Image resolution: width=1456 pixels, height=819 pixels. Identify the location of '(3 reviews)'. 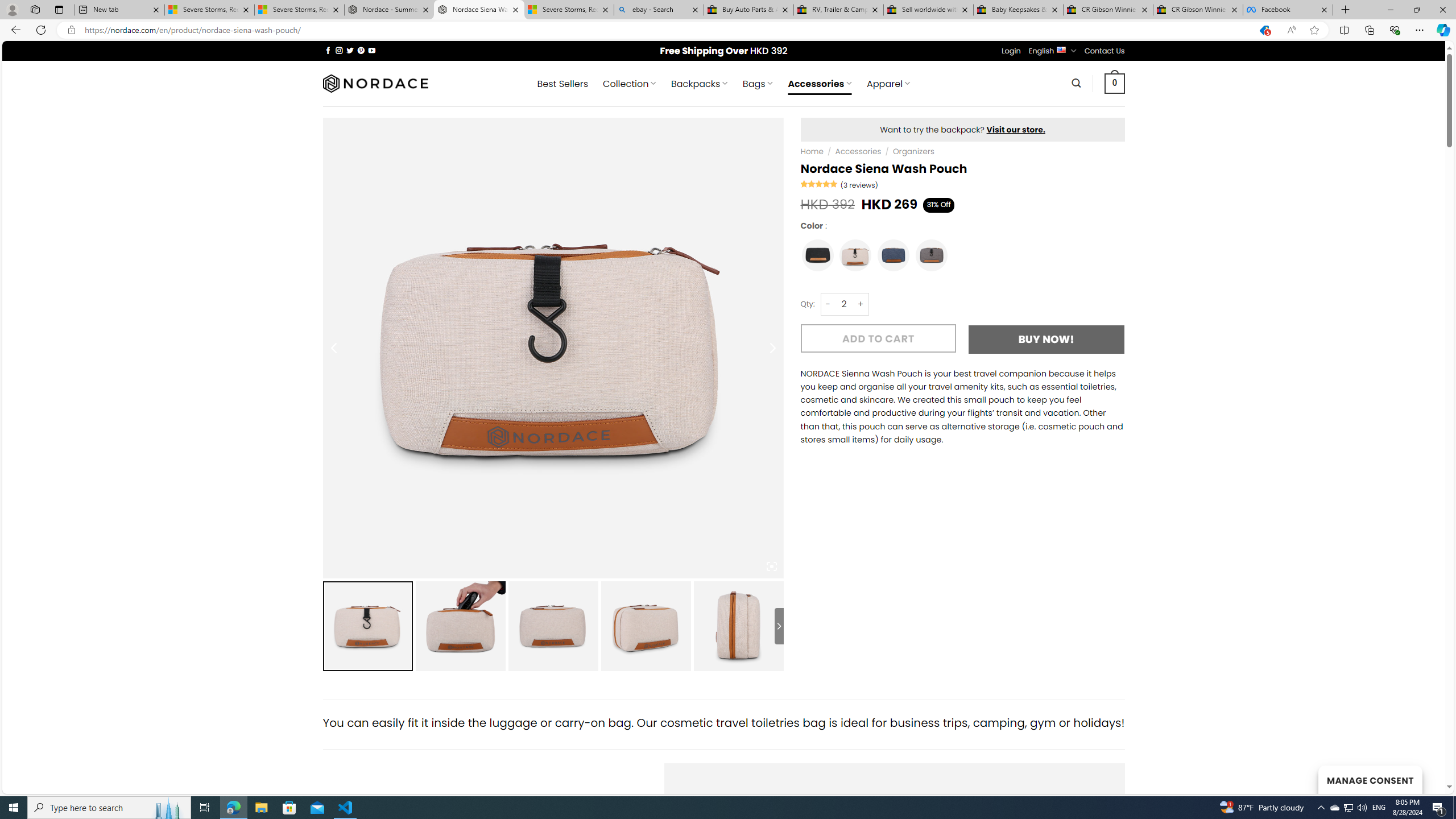
(858, 185).